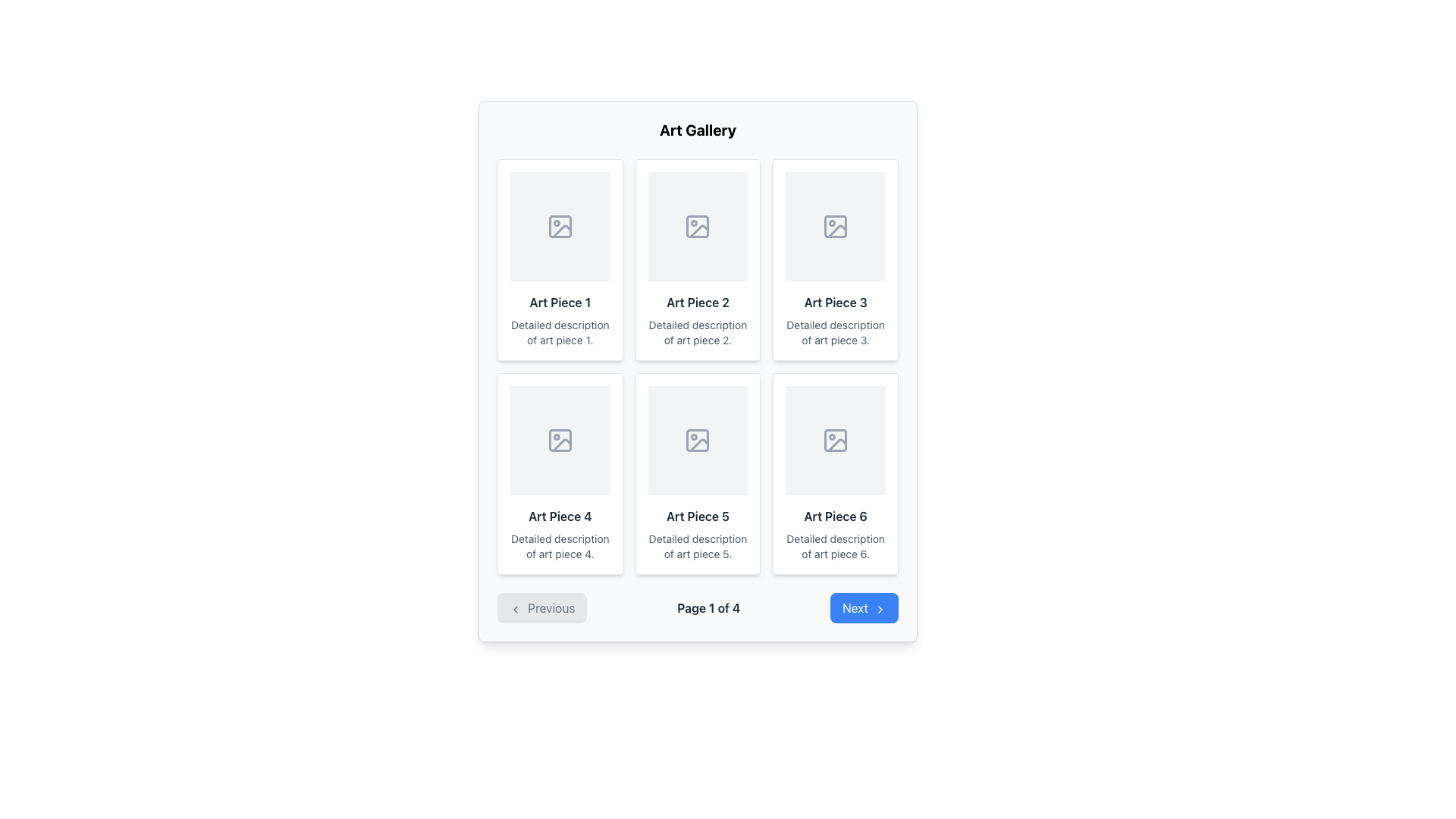 This screenshot has height=819, width=1456. Describe the element at coordinates (835, 441) in the screenshot. I see `the minimalistic image icon in the bottom-right placeholder of the grid, which features a rectangle with rounded corners, a circular shape symbolizing the sun, and a diagonal line suggesting a mountain` at that location.